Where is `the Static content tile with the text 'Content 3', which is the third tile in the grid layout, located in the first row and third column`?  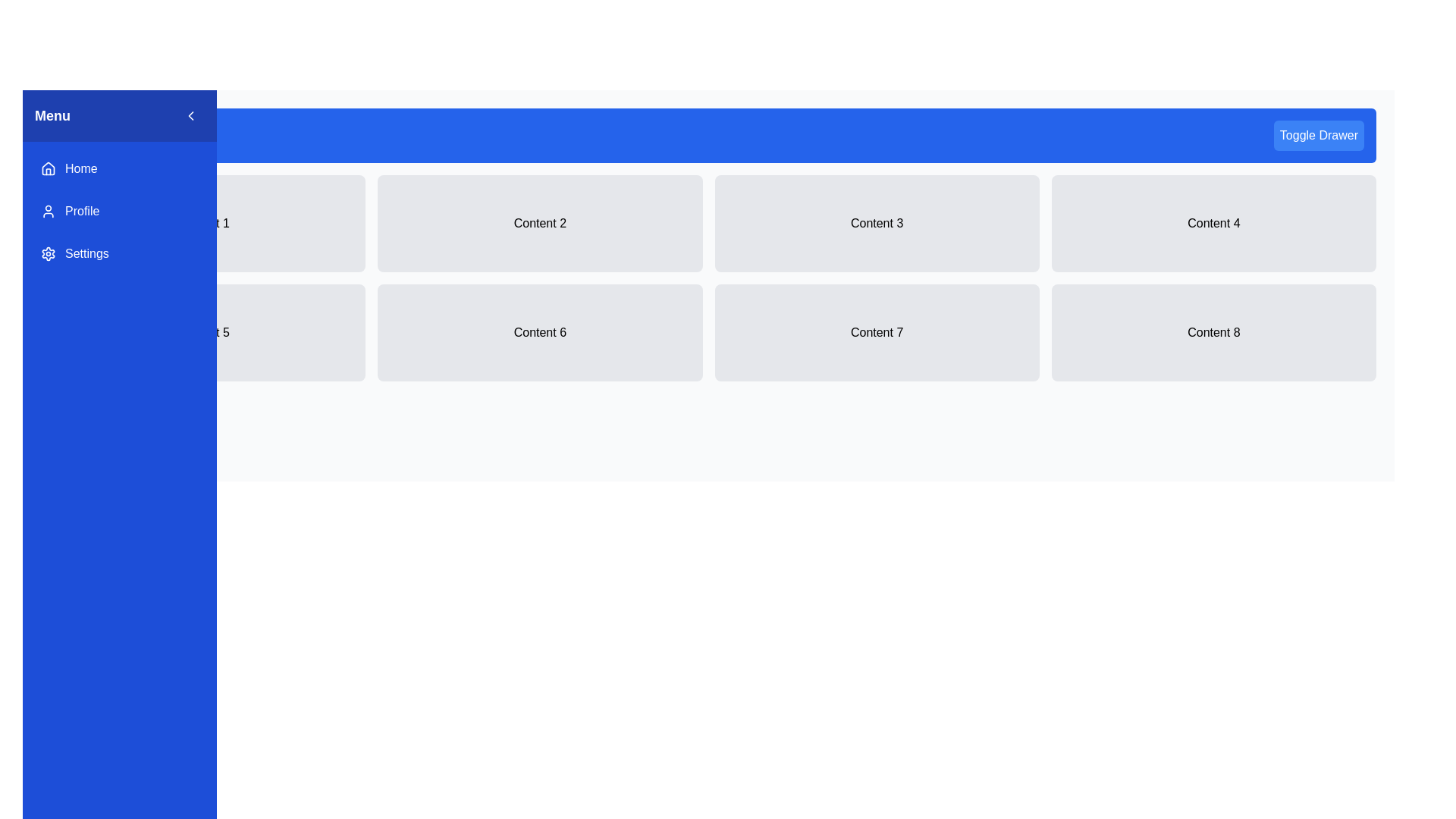
the Static content tile with the text 'Content 3', which is the third tile in the grid layout, located in the first row and third column is located at coordinates (877, 223).